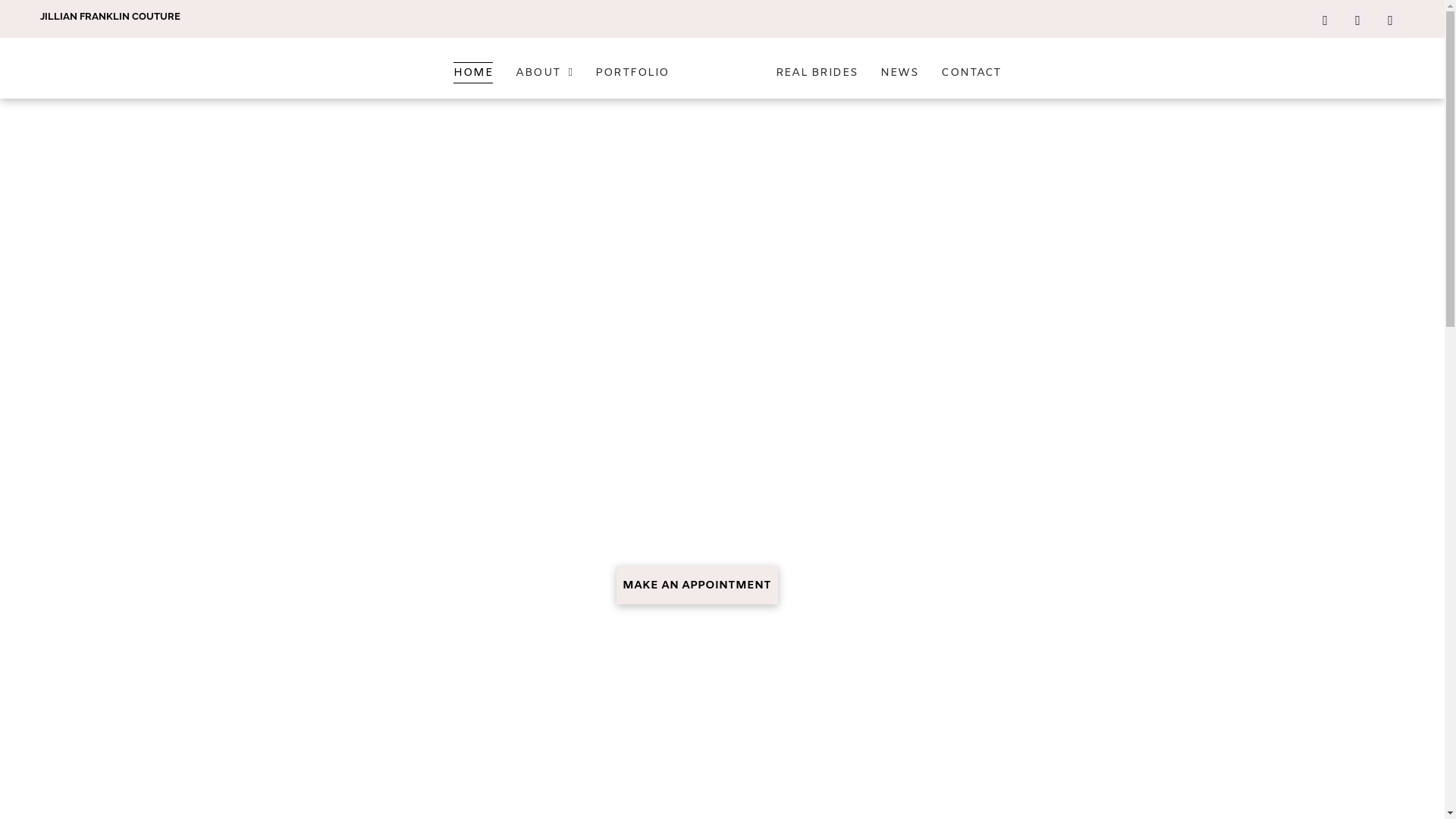  What do you see at coordinates (971, 72) in the screenshot?
I see `'CONTACT'` at bounding box center [971, 72].